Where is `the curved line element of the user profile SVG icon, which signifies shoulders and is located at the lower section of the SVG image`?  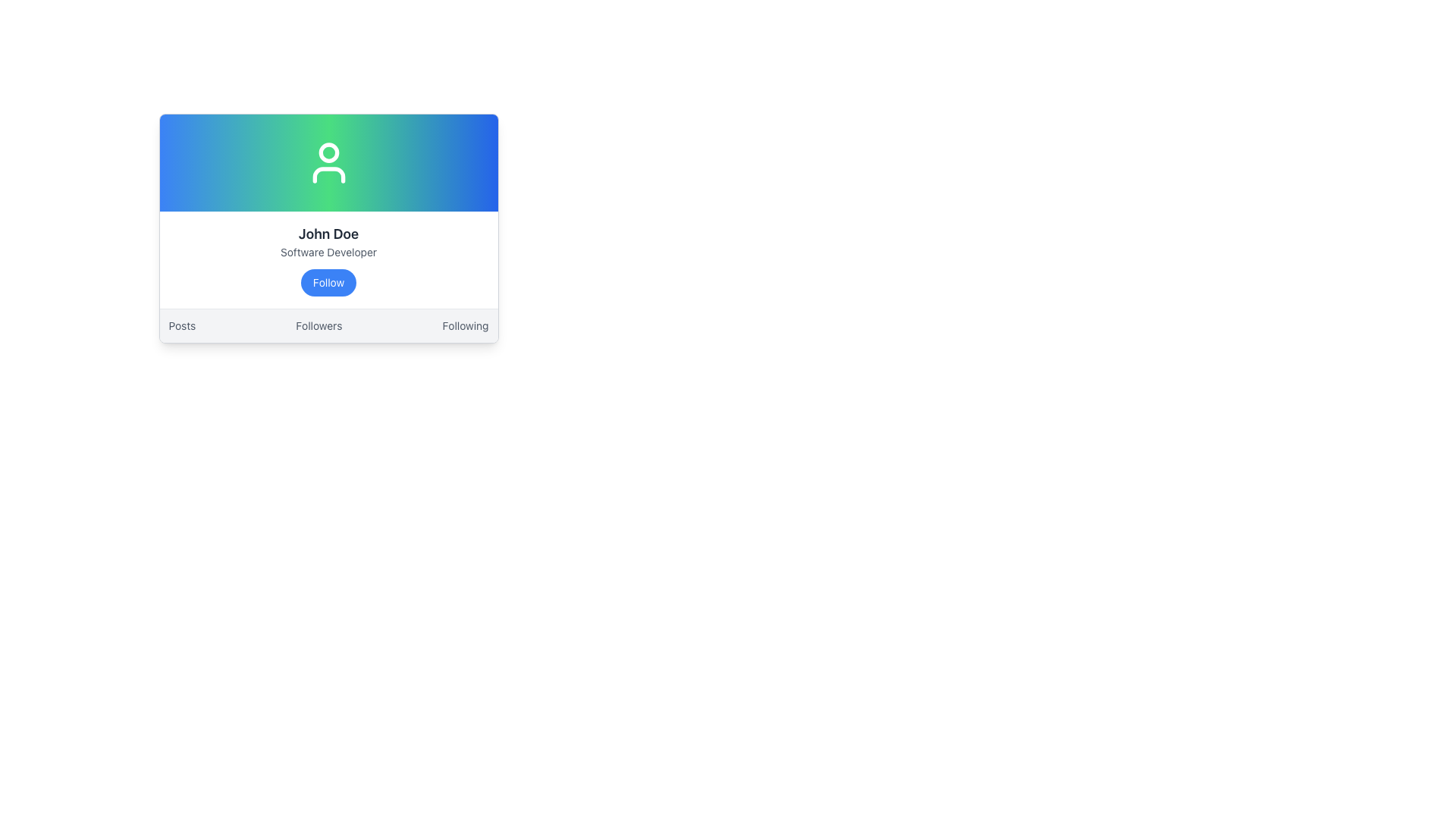
the curved line element of the user profile SVG icon, which signifies shoulders and is located at the lower section of the SVG image is located at coordinates (328, 174).